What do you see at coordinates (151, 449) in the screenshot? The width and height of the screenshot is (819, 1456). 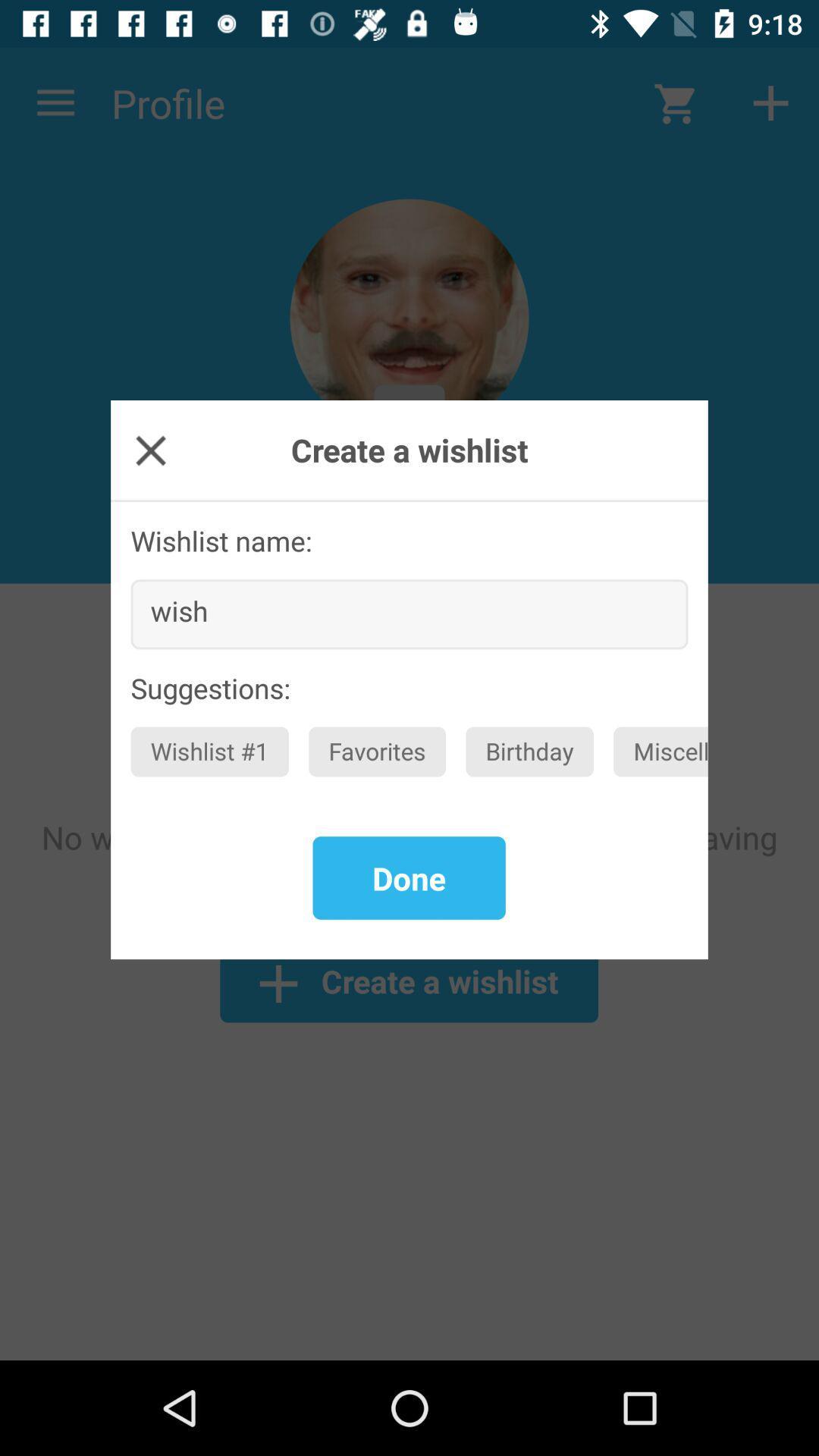 I see `create a wishlist` at bounding box center [151, 449].